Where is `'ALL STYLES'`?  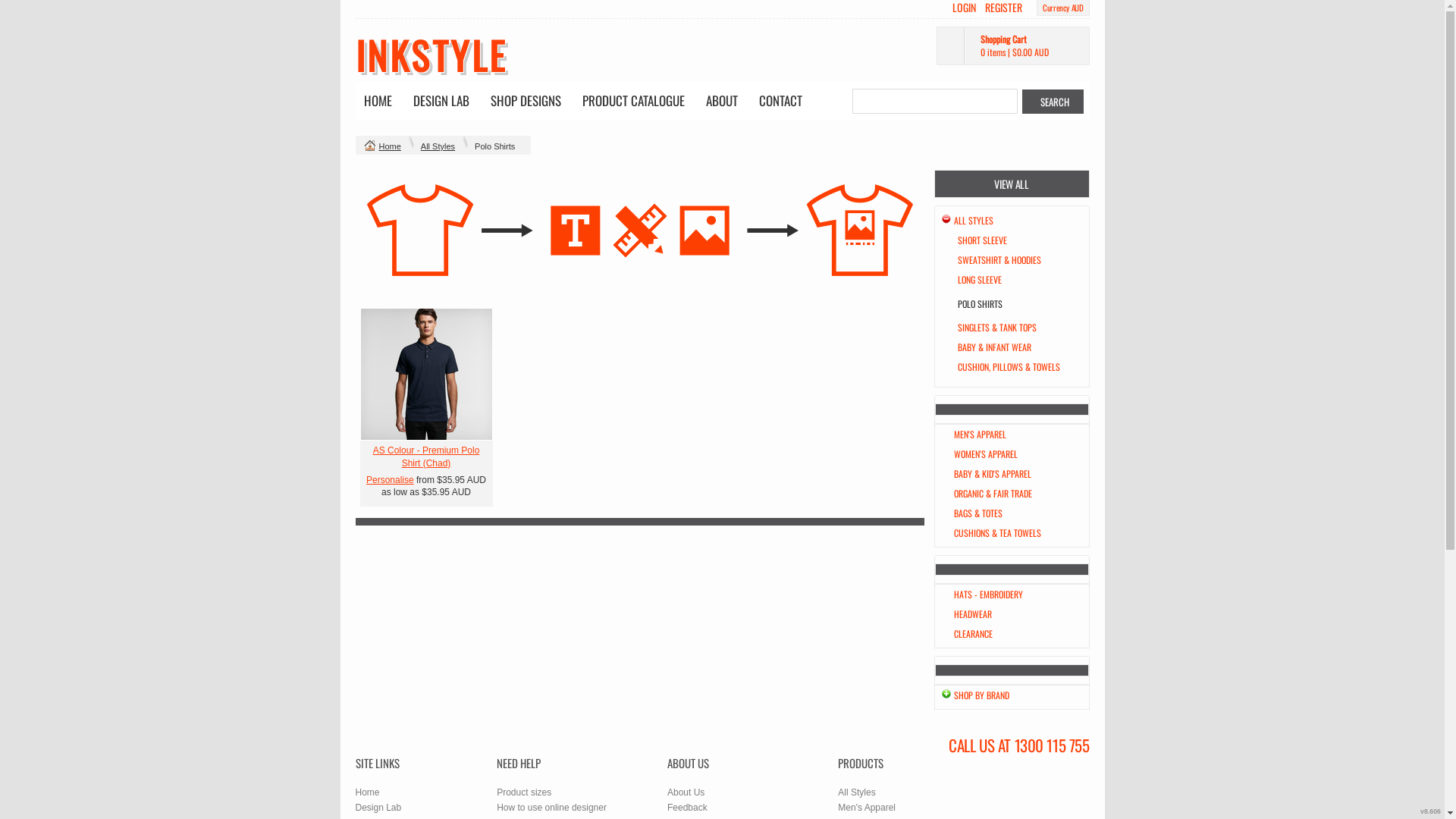 'ALL STYLES' is located at coordinates (973, 220).